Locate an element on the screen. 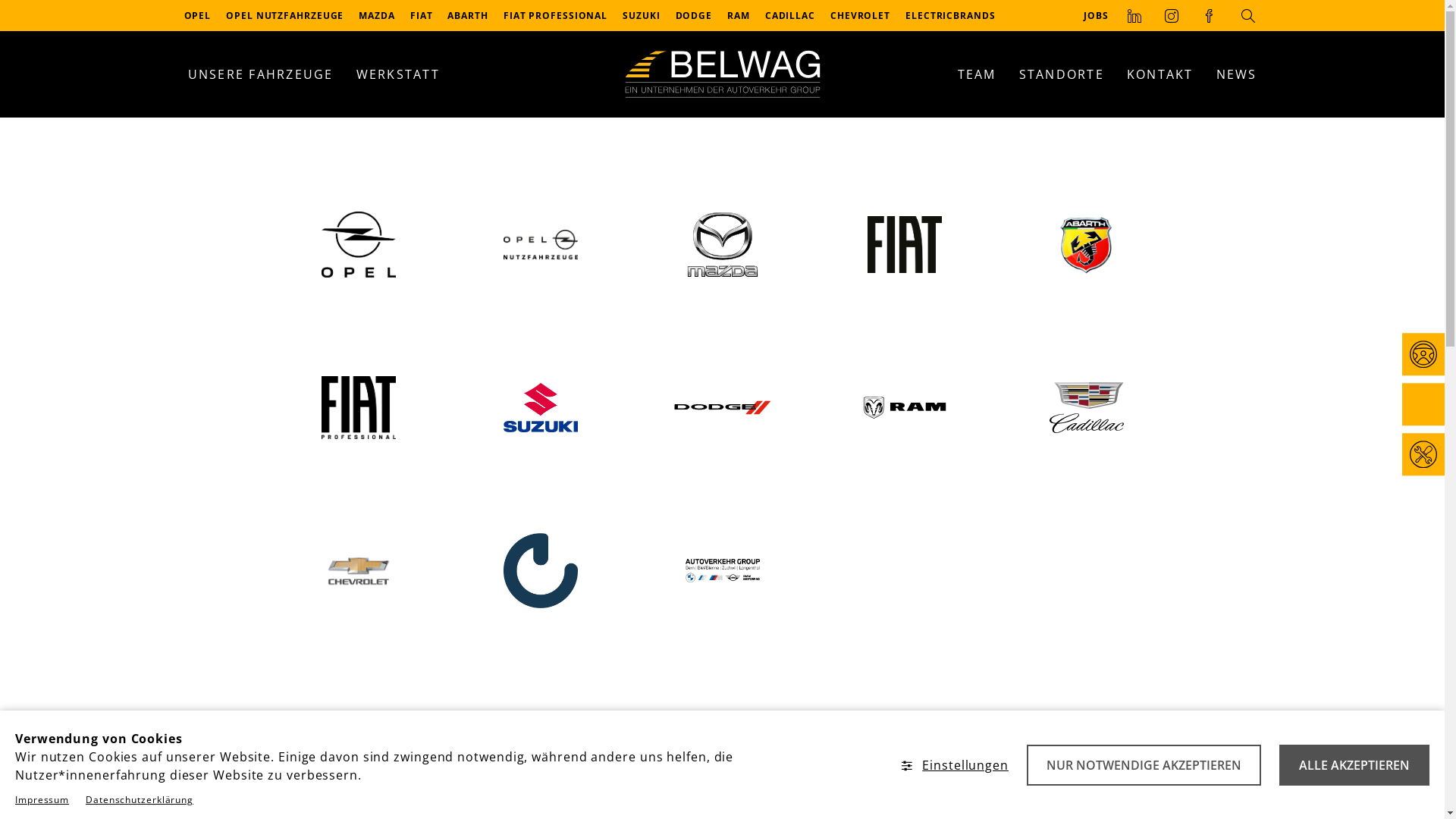  'OPEL' is located at coordinates (196, 15).